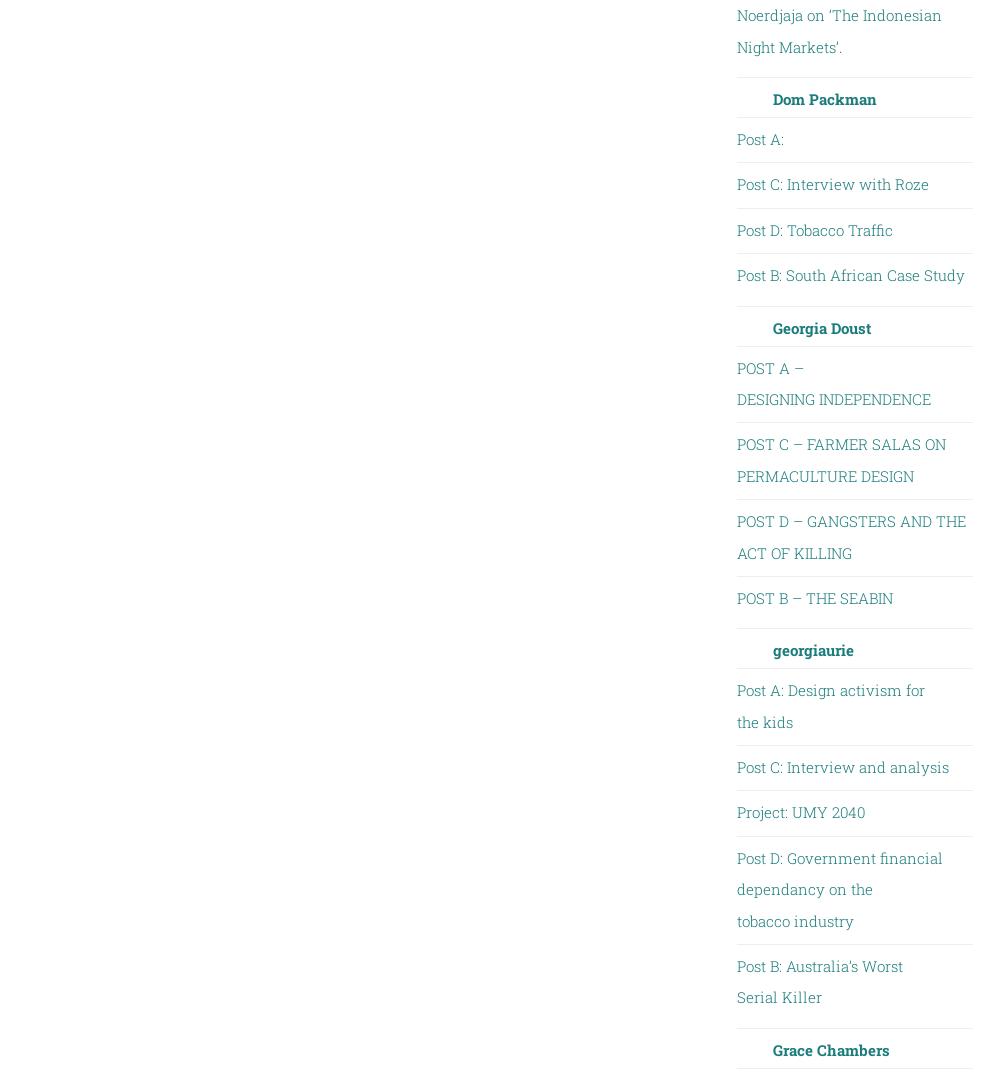  I want to click on 'POST C – FARMER SALAS ON PERMACULTURE DESIGN', so click(839, 459).